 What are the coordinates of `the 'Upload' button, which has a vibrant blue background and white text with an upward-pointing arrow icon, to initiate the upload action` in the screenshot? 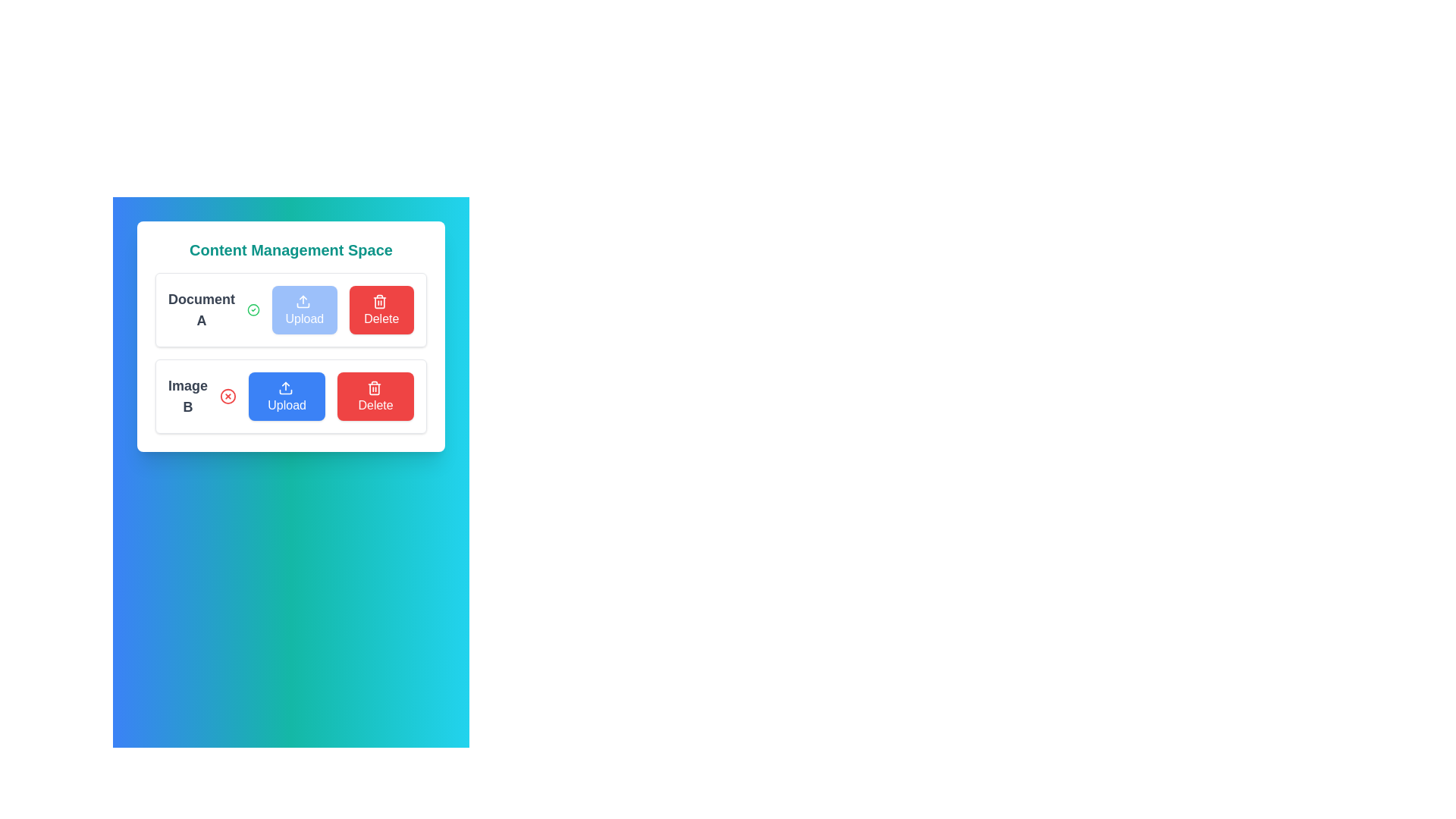 It's located at (287, 396).